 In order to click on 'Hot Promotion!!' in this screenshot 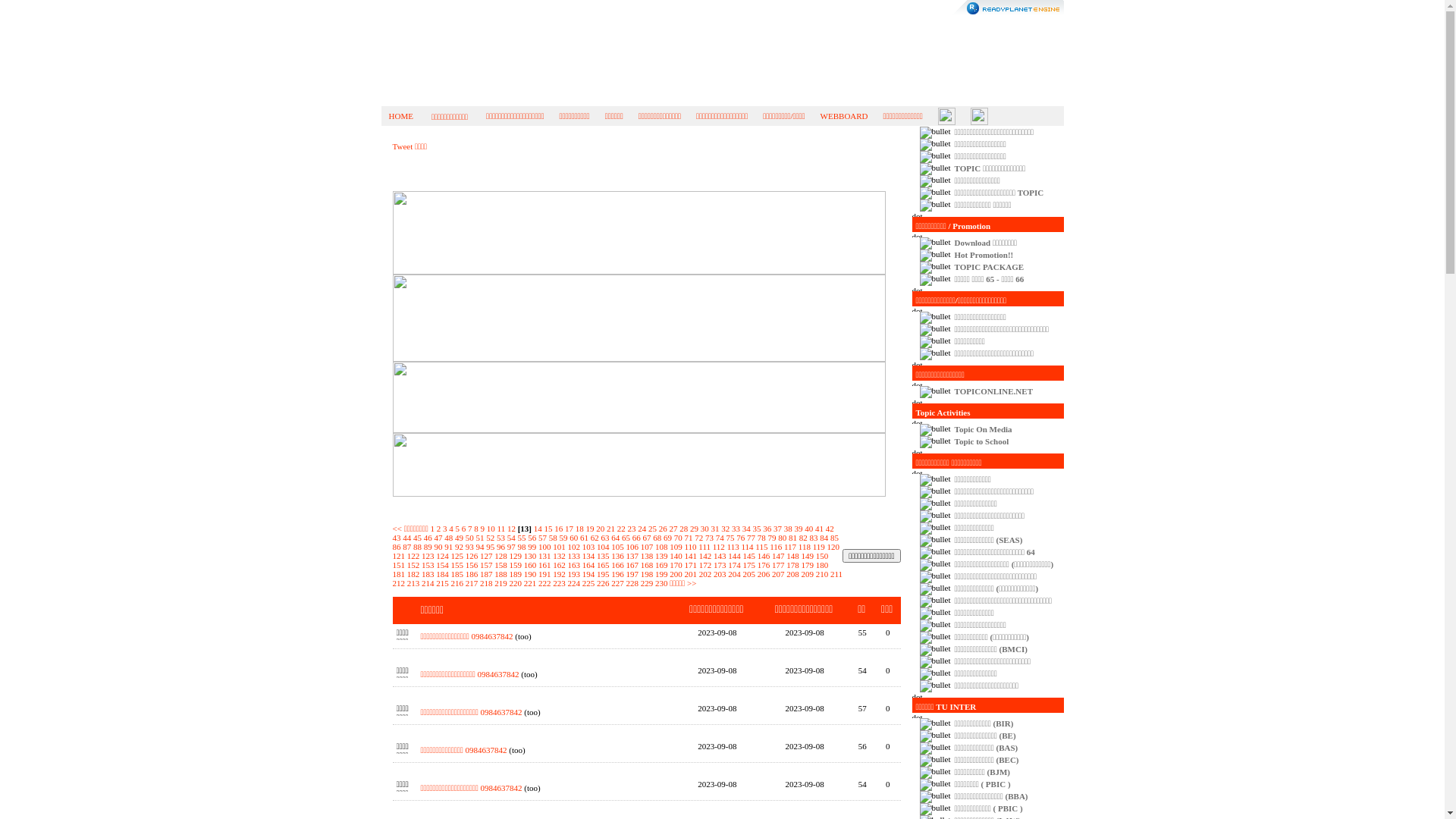, I will do `click(984, 253)`.